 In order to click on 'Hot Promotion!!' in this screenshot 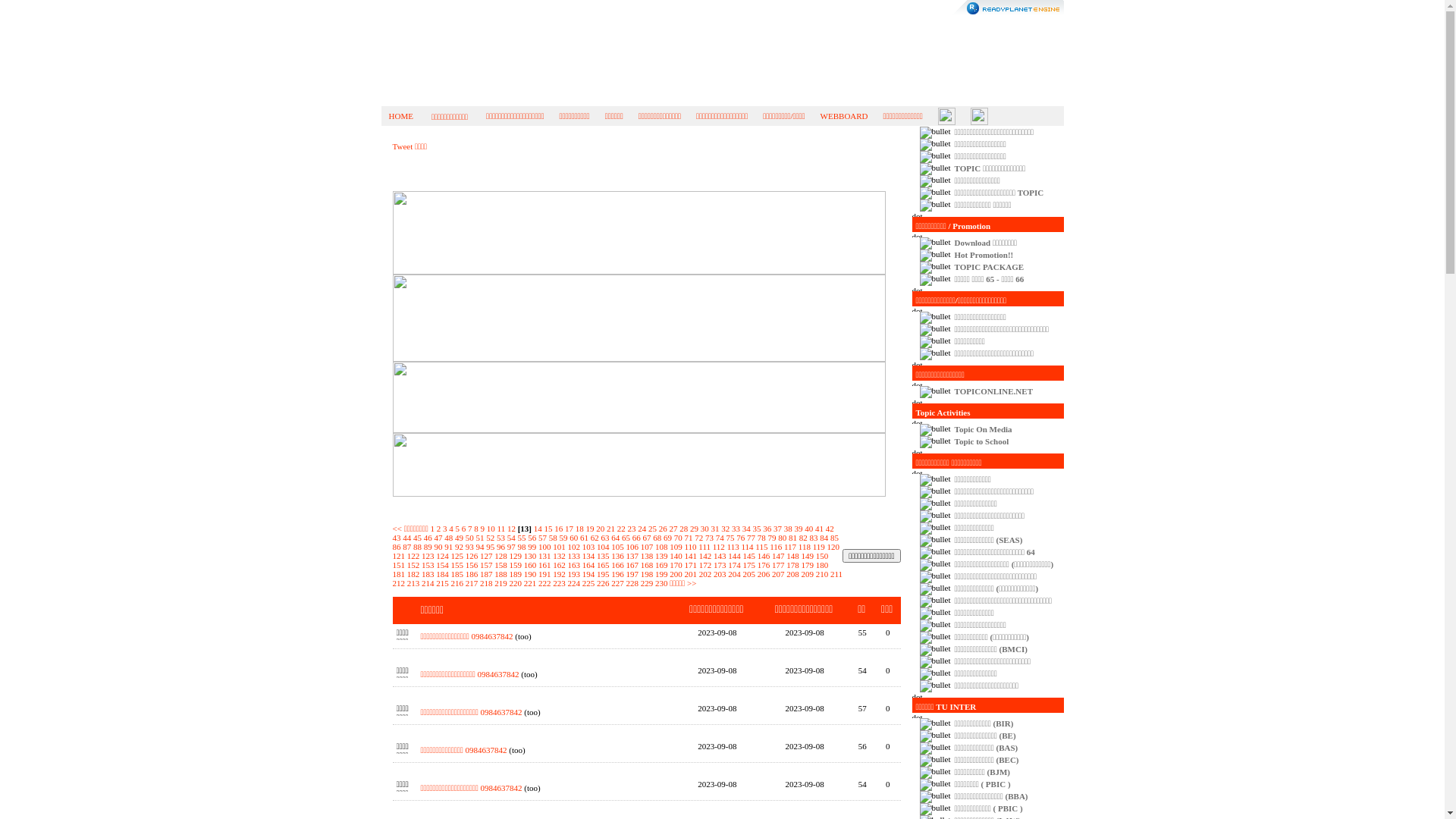, I will do `click(984, 253)`.